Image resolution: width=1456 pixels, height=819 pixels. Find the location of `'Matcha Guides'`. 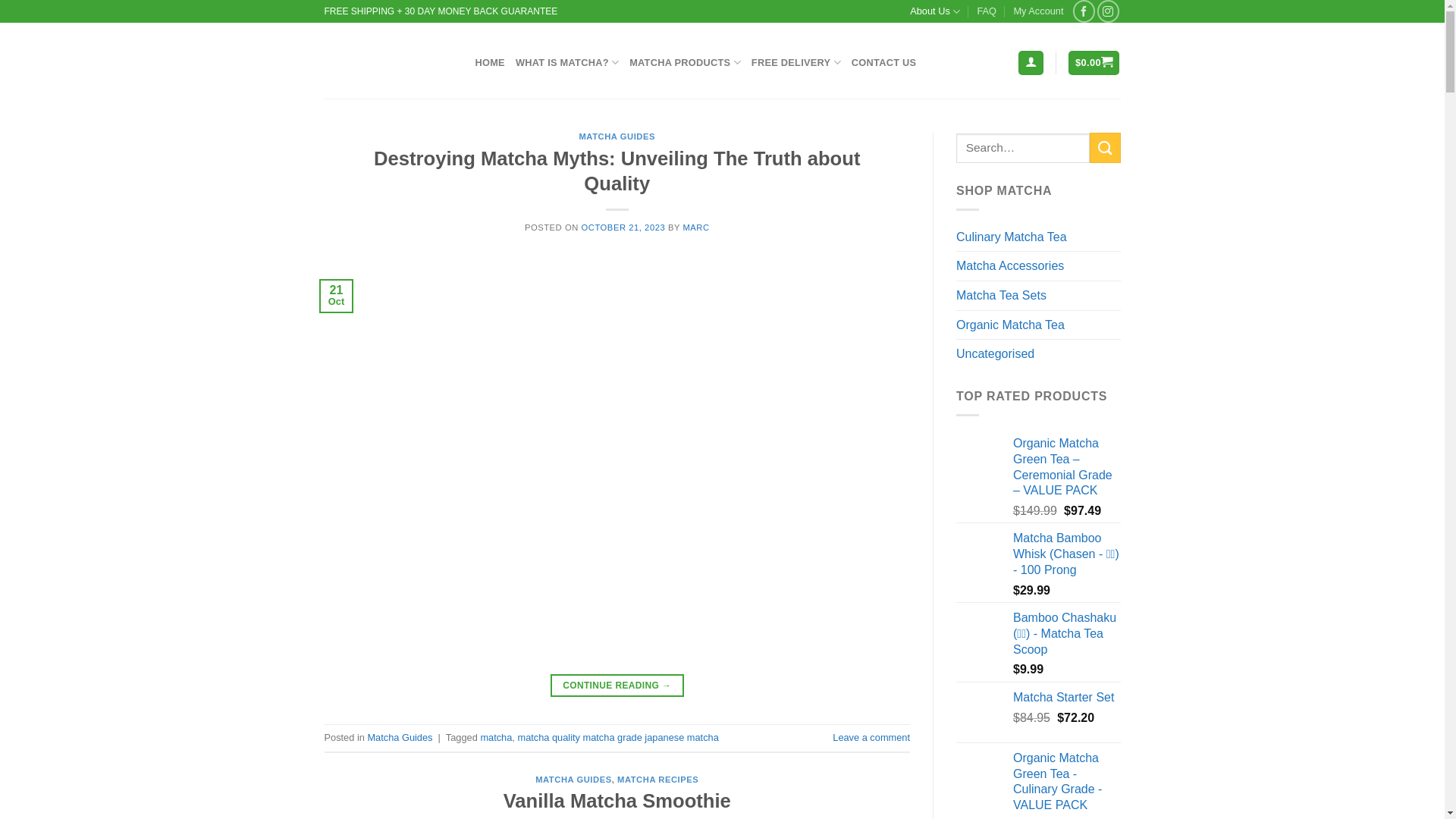

'Matcha Guides' is located at coordinates (400, 736).